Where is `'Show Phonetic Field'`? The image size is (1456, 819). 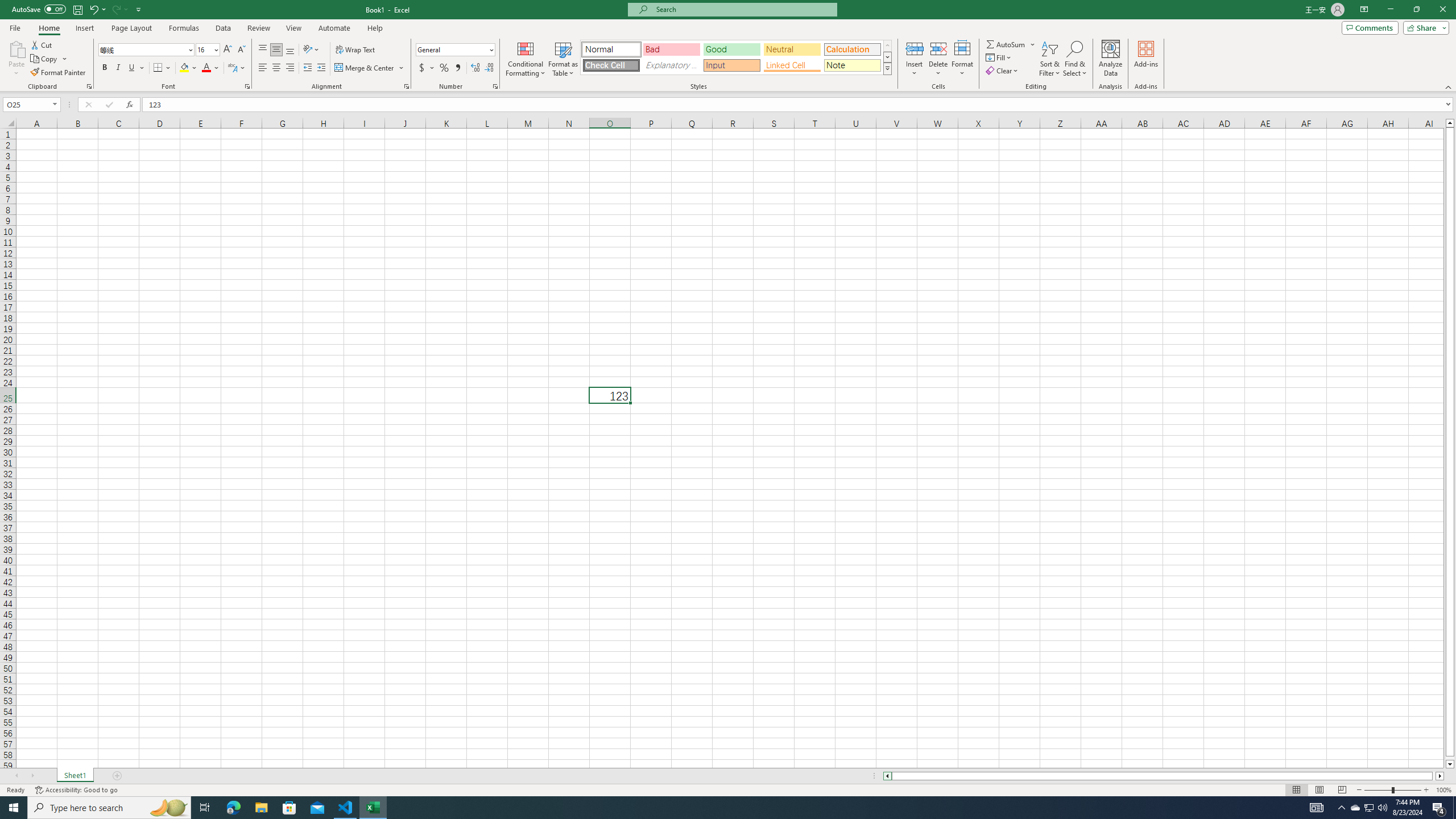
'Show Phonetic Field' is located at coordinates (236, 67).